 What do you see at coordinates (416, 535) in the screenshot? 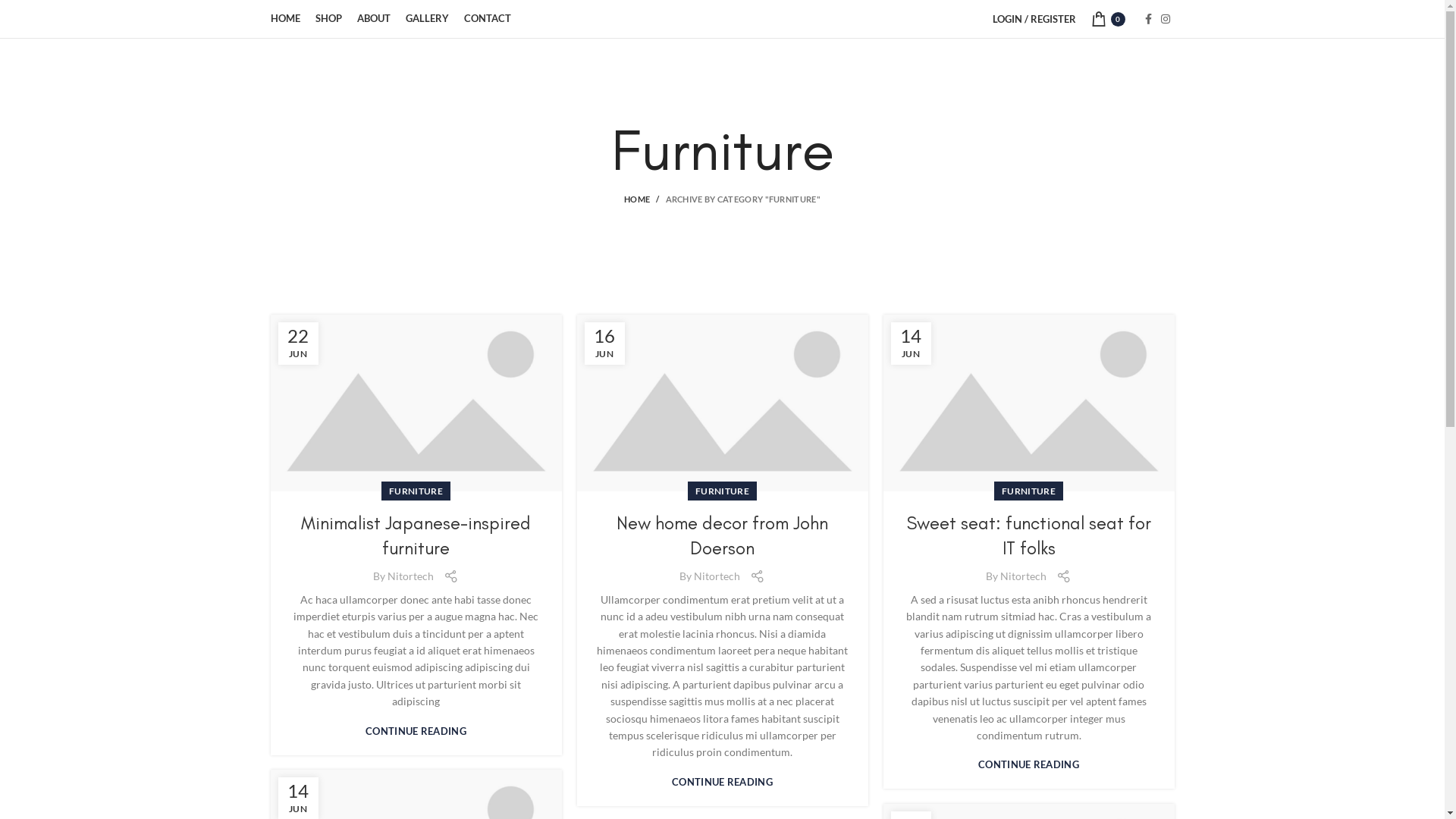
I see `'Minimalist Japanese-inspired furniture'` at bounding box center [416, 535].